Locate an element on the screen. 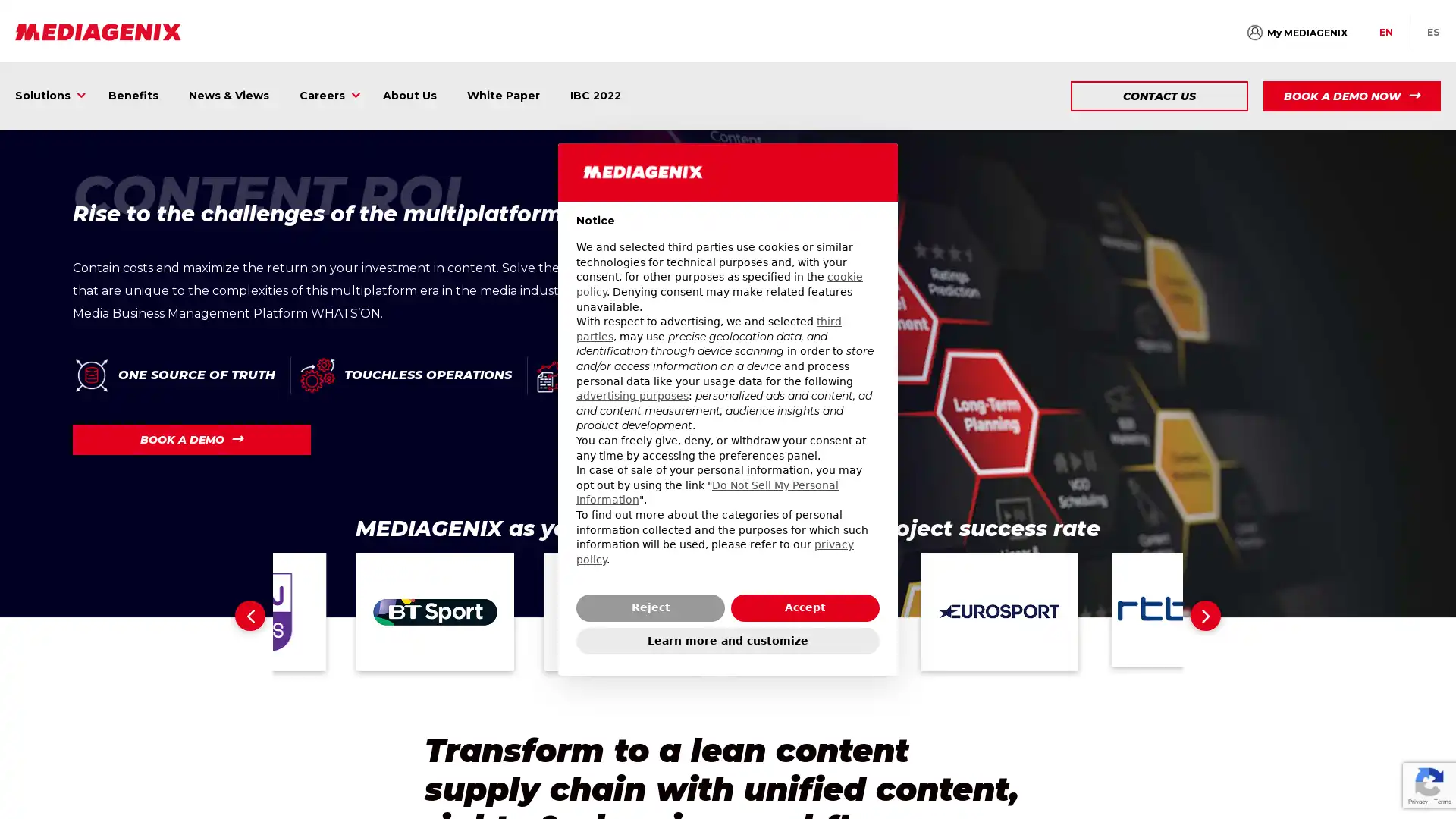 Image resolution: width=1456 pixels, height=819 pixels. Accept is located at coordinates (804, 607).